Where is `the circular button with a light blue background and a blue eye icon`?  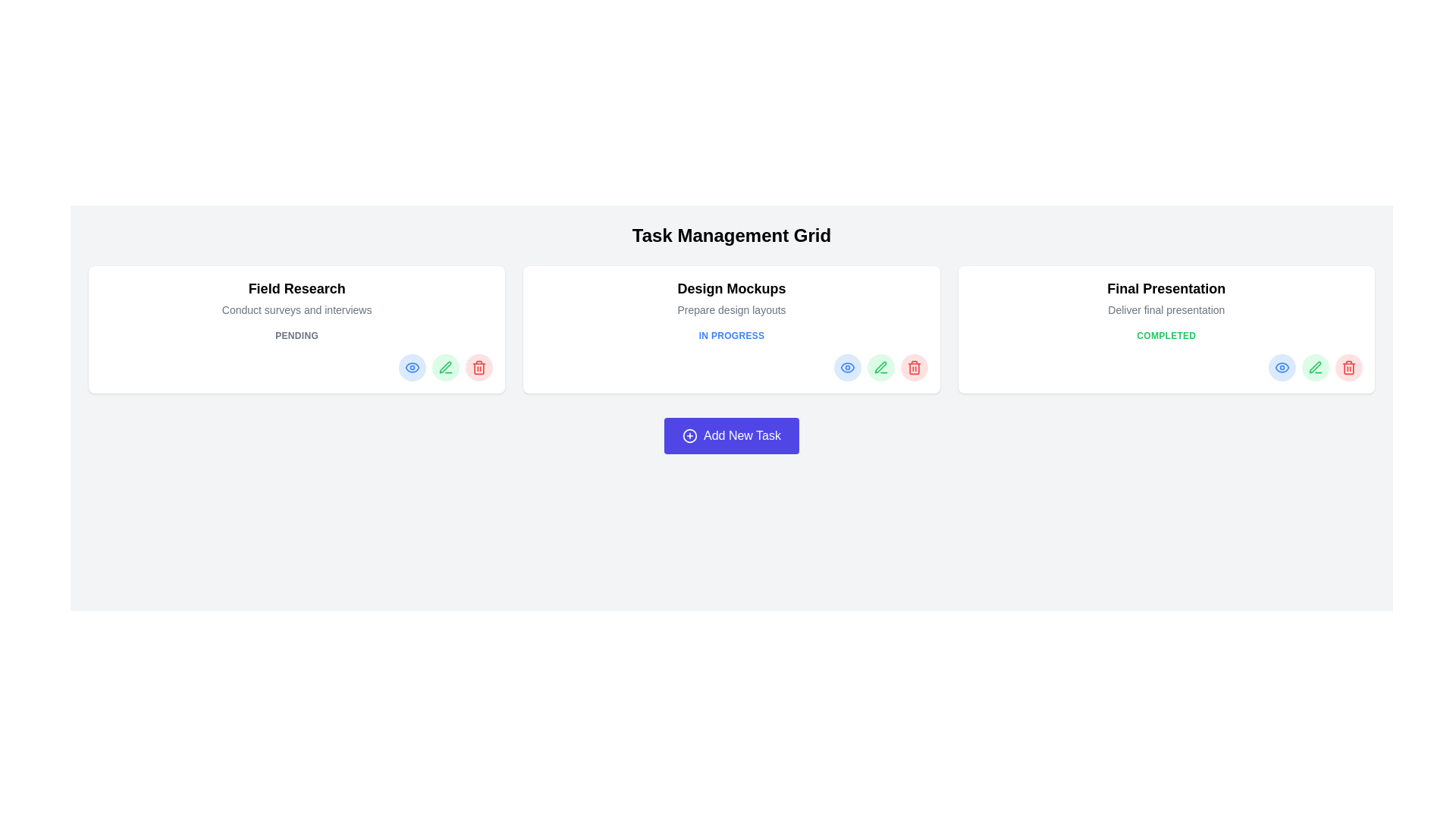
the circular button with a light blue background and a blue eye icon is located at coordinates (413, 368).